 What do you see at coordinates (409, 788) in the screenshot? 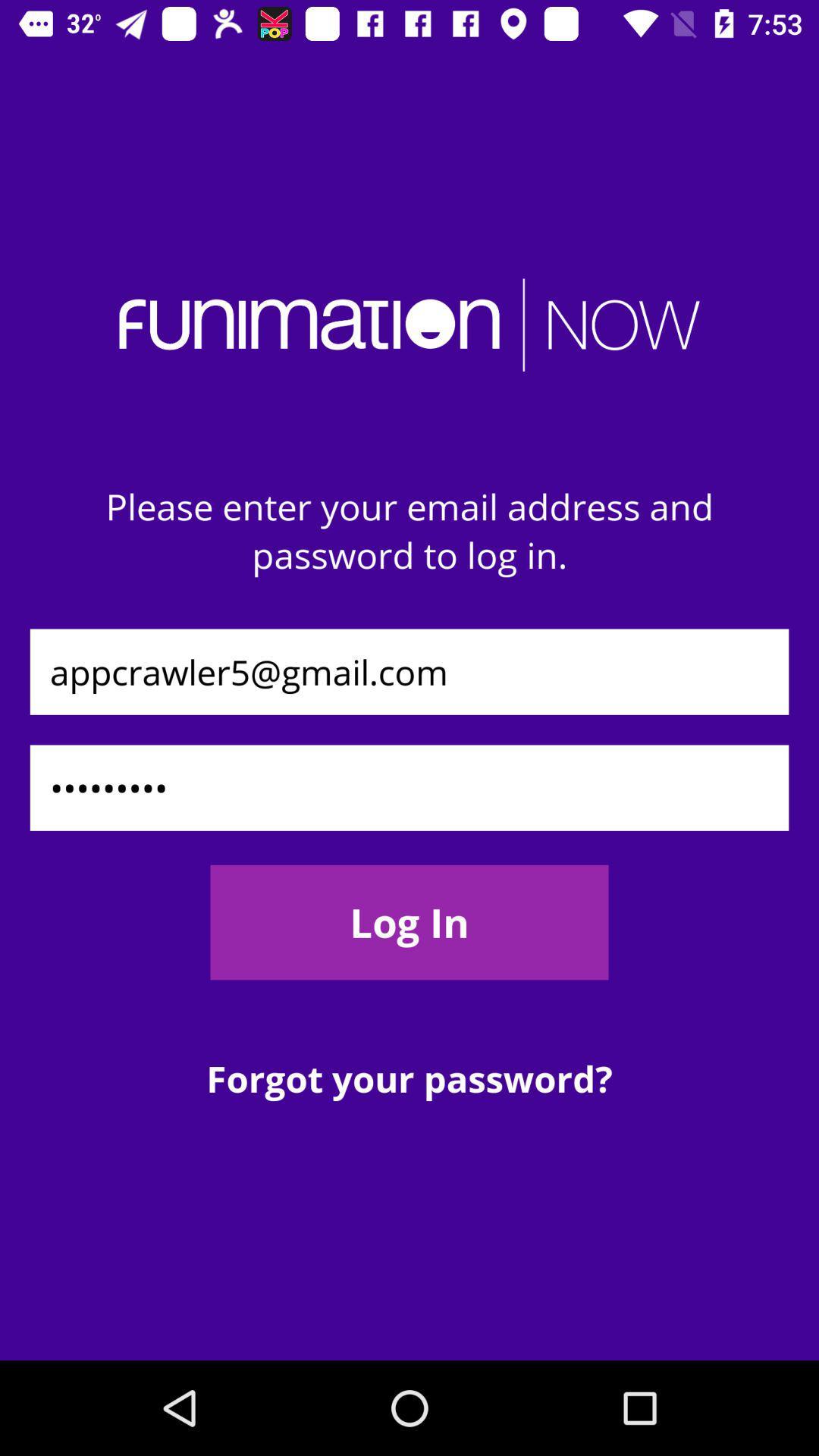
I see `the icon above the log in` at bounding box center [409, 788].